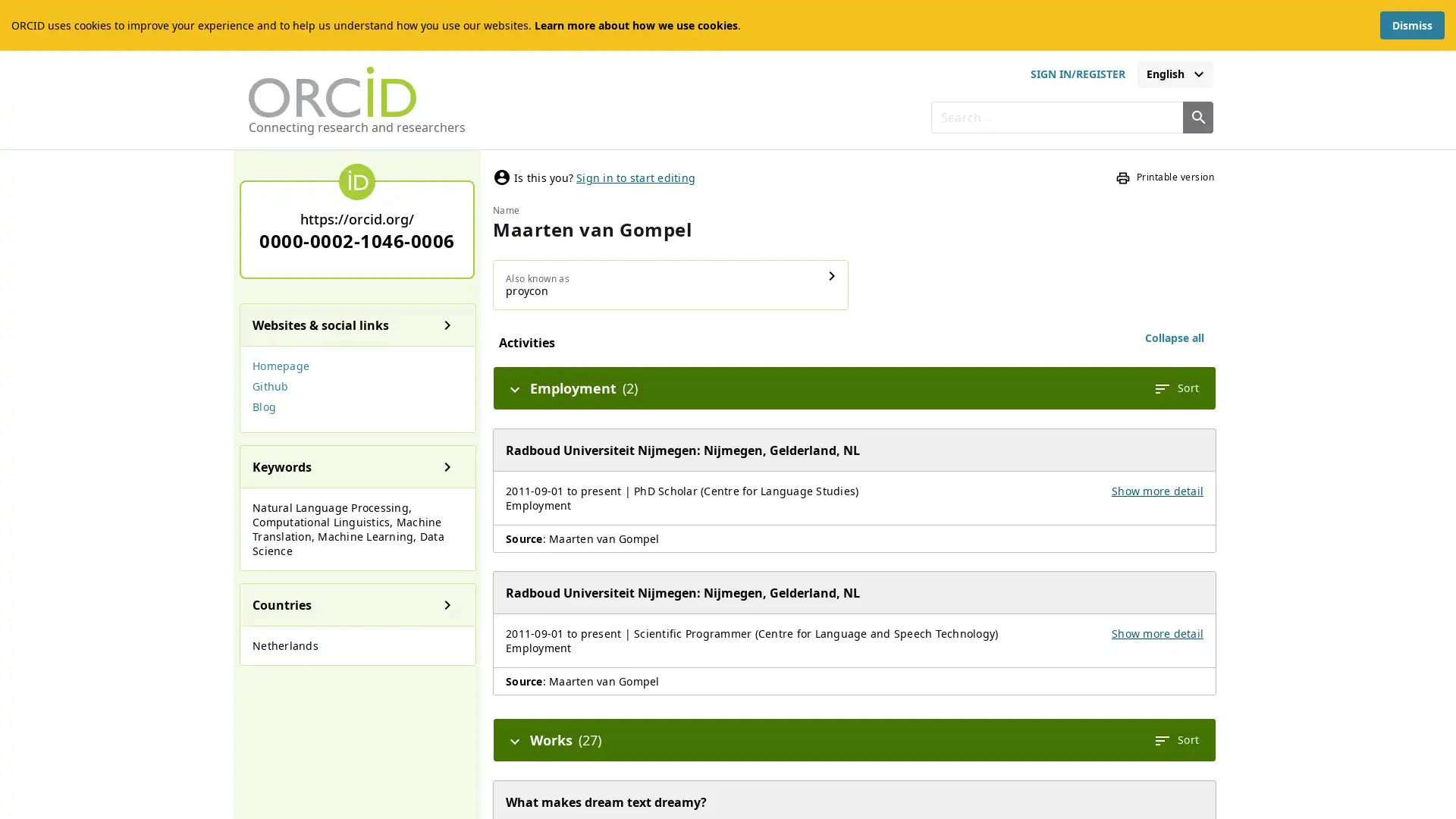 Image resolution: width=1456 pixels, height=819 pixels. I want to click on Show details, so click(447, 604).